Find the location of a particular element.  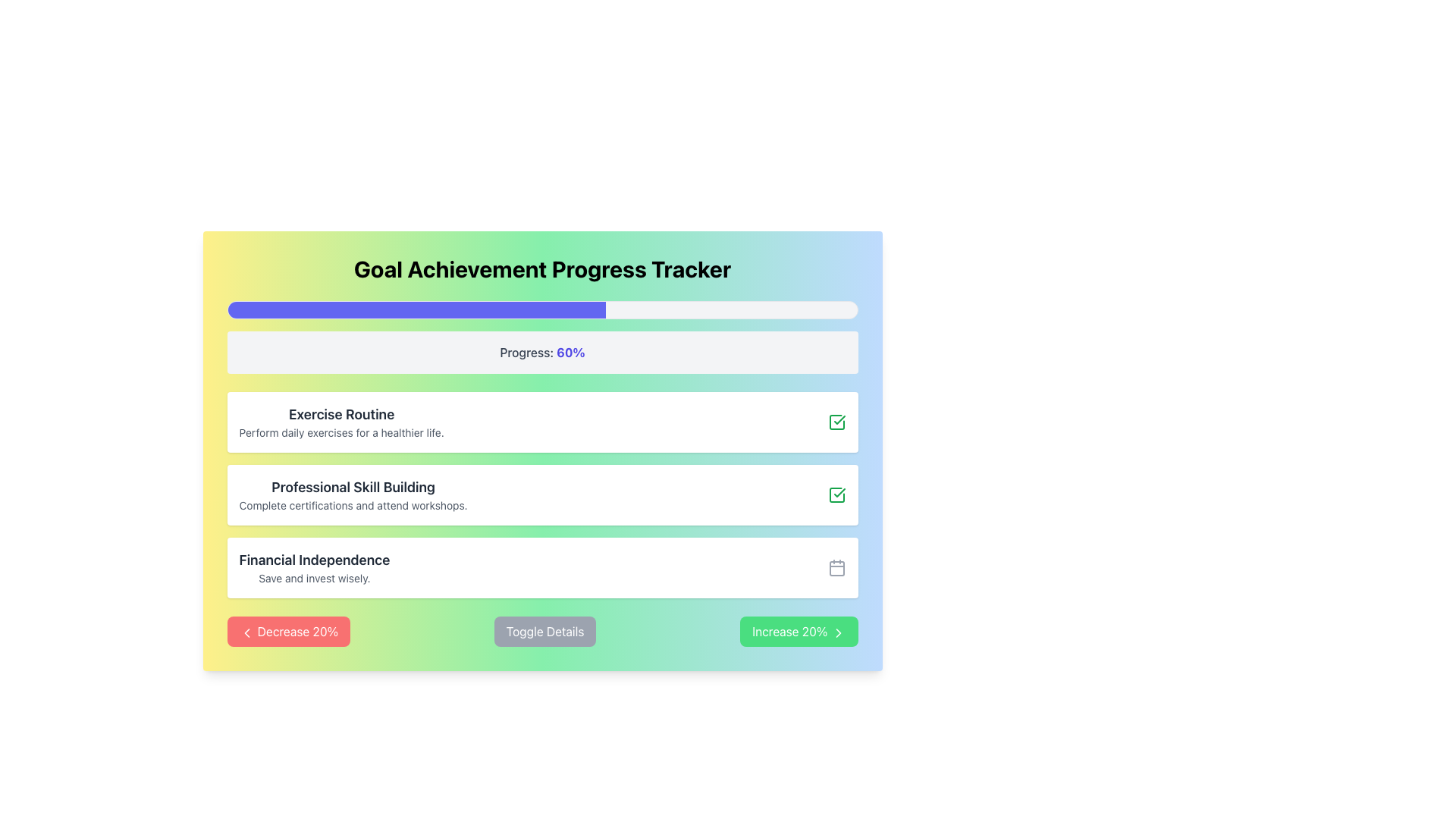

the 'Increase 20%' button, which is a green rectangular button with rounded corners, located in the bottom-right corner of the interface is located at coordinates (798, 632).